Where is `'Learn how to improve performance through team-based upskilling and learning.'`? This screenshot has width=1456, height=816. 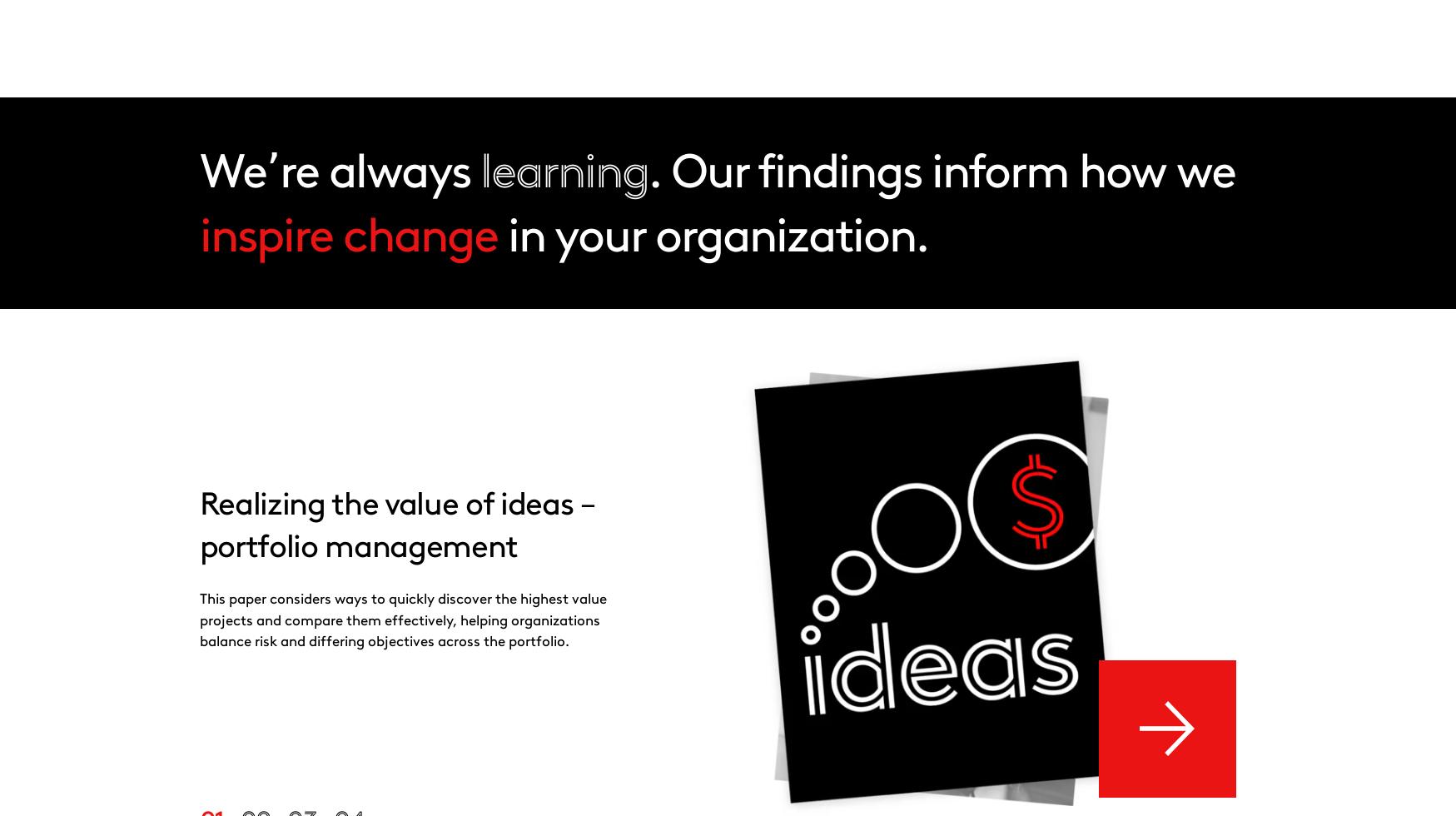 'Learn how to improve performance through team-based upskilling and learning.' is located at coordinates (1124, 155).